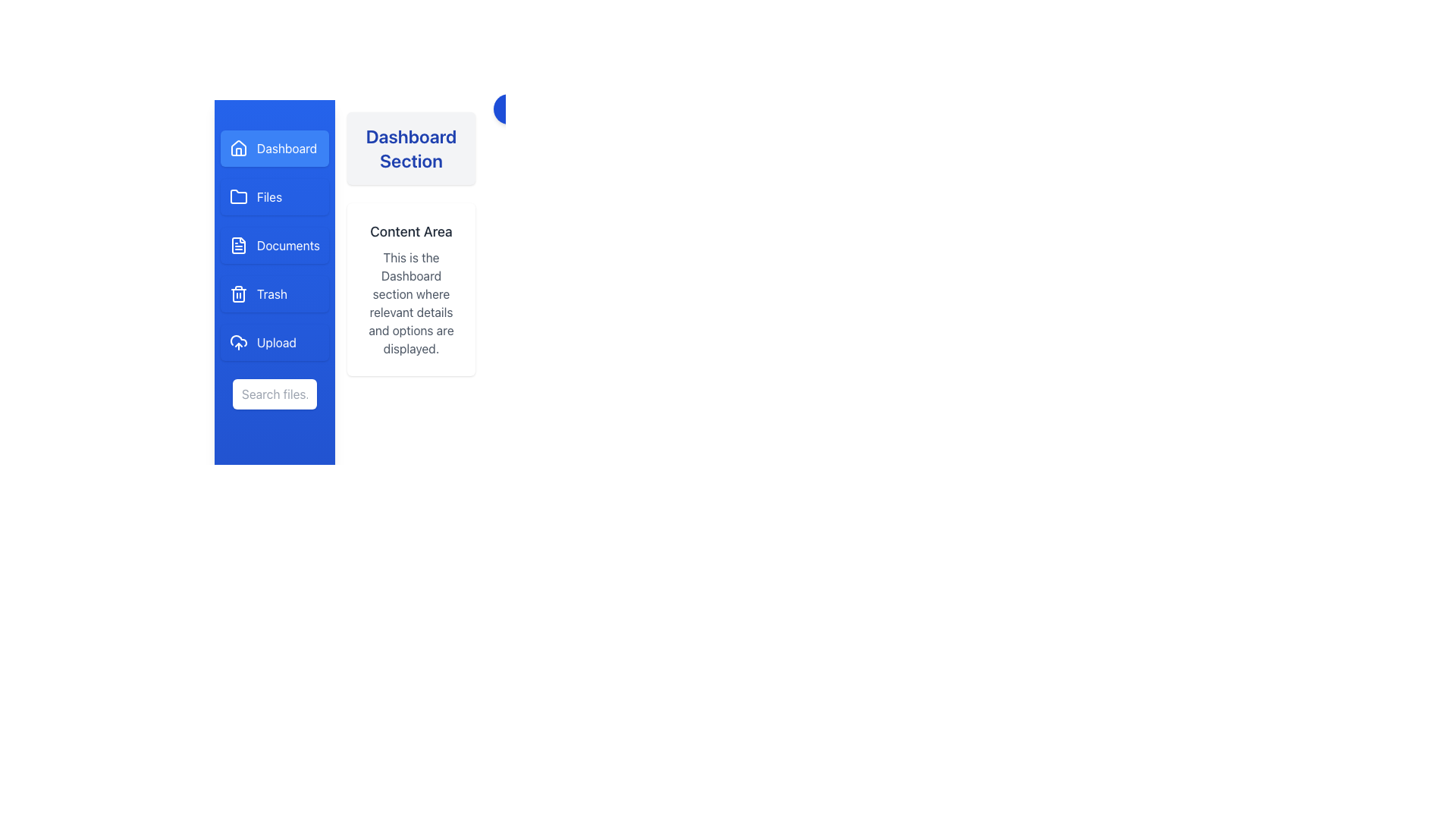 Image resolution: width=1456 pixels, height=819 pixels. Describe the element at coordinates (238, 195) in the screenshot. I see `the folder icon located in the navigation sidebar next to the 'Files' menu option` at that location.